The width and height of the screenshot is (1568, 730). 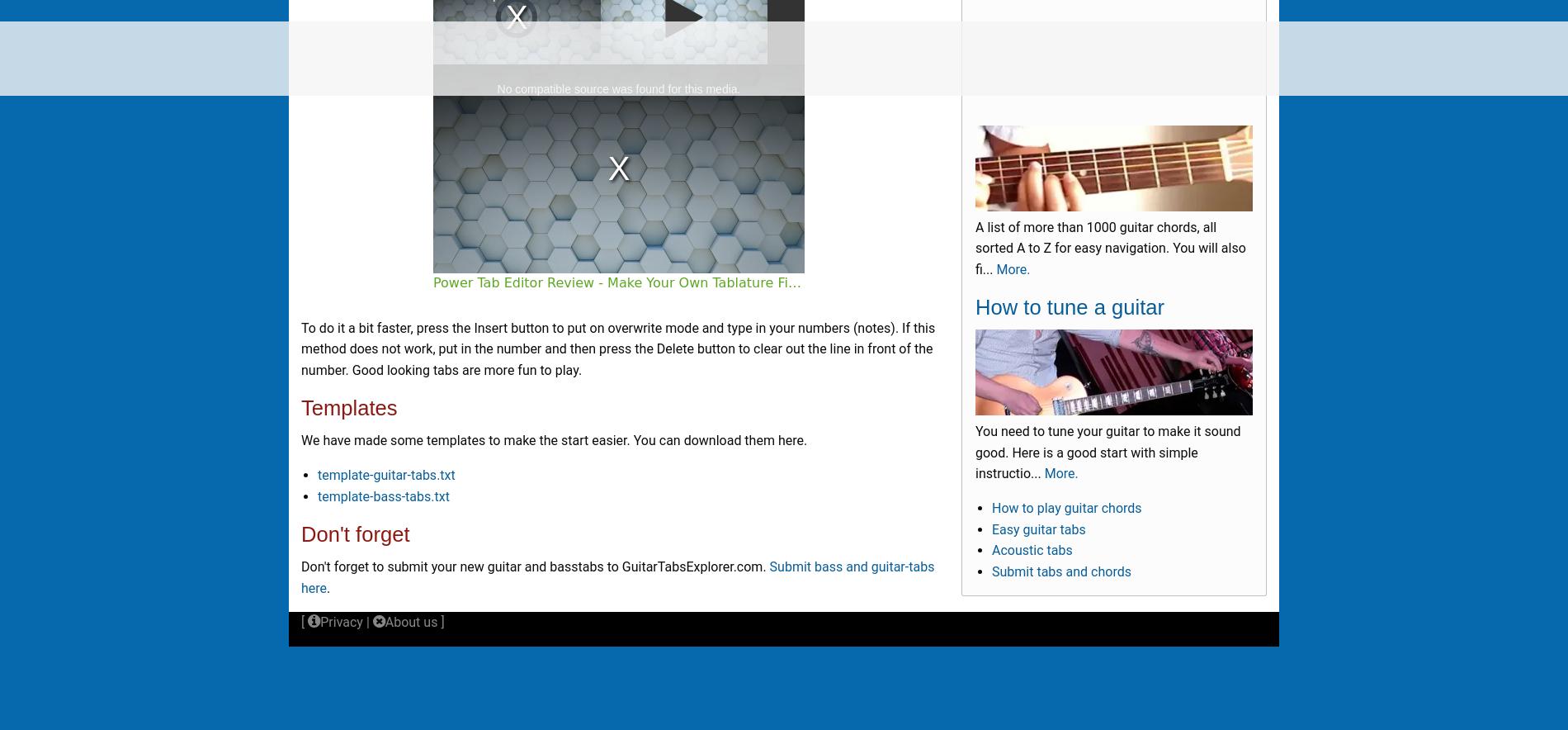 What do you see at coordinates (616, 576) in the screenshot?
I see `'Submit bass and guitar-tabs here'` at bounding box center [616, 576].